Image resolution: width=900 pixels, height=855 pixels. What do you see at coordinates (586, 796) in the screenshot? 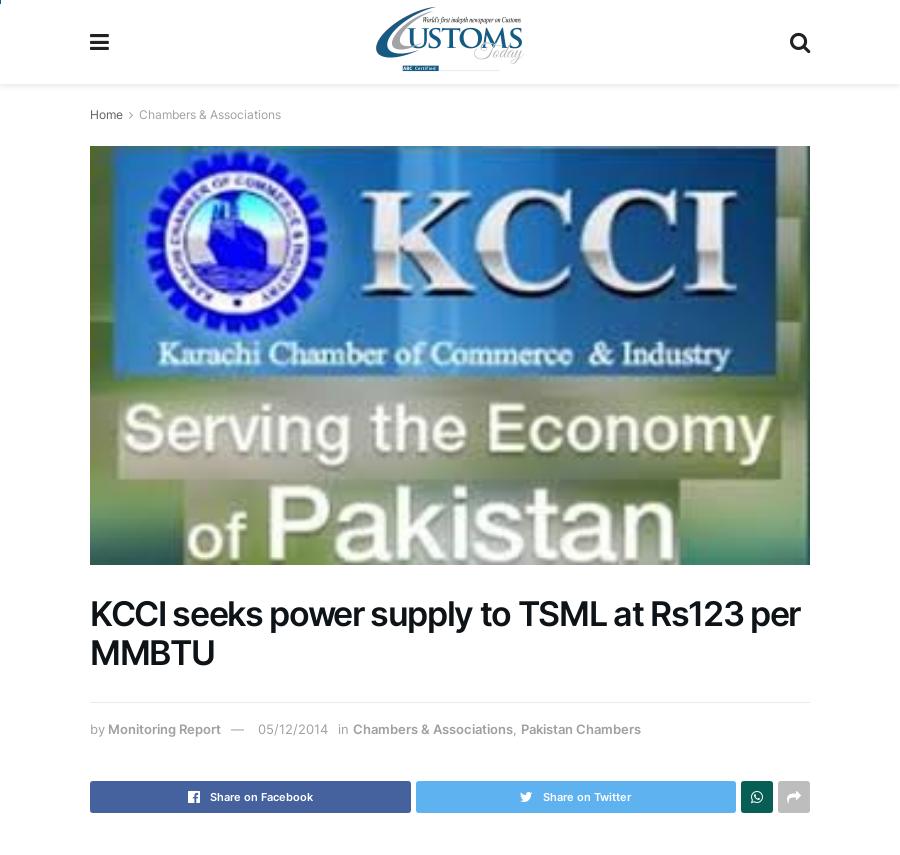
I see `'Share on Twitter'` at bounding box center [586, 796].